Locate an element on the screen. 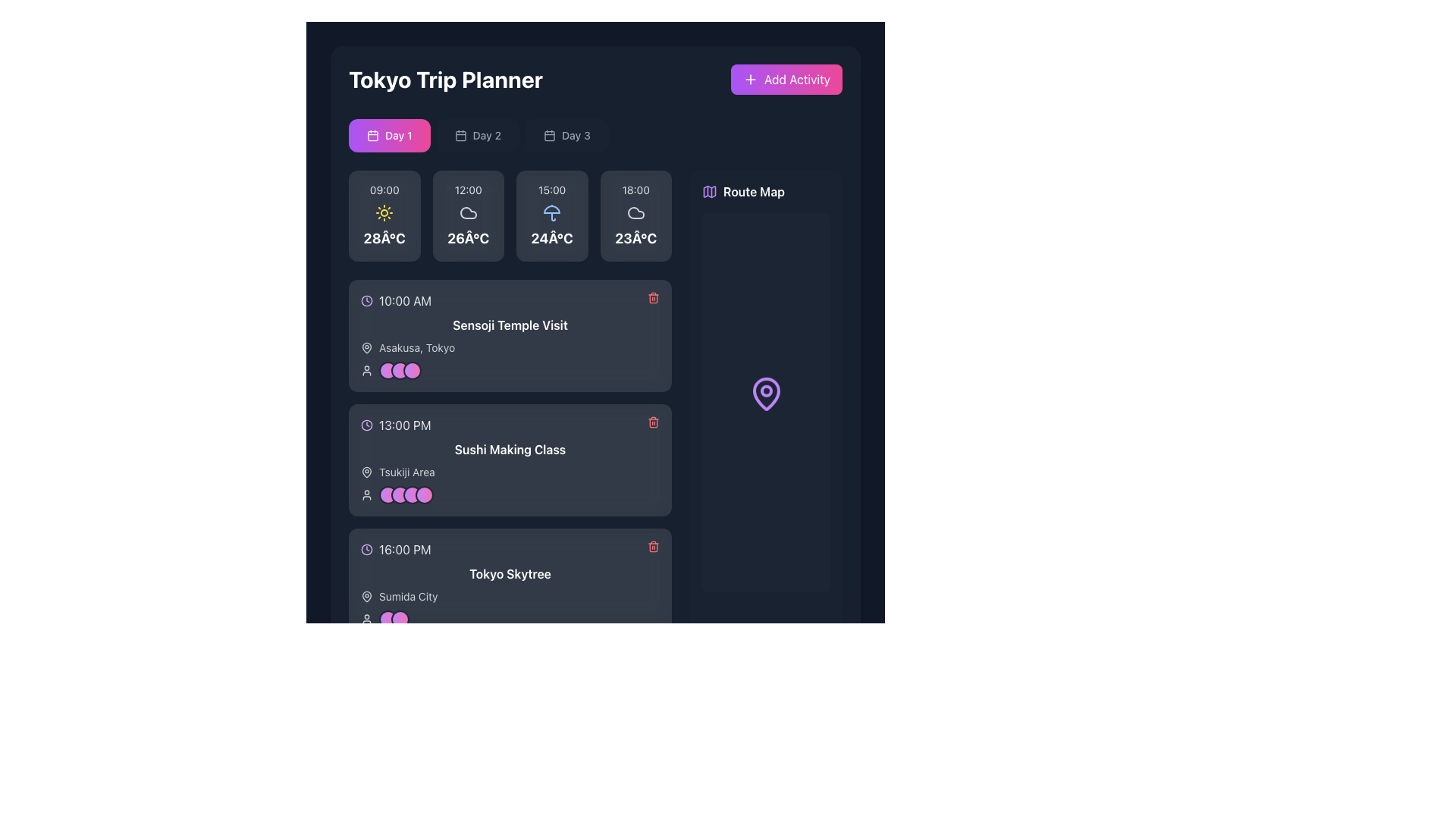  the calendar icon within the 'Day 1' button located below the 'Tokyo Trip Planner' title is located at coordinates (372, 134).